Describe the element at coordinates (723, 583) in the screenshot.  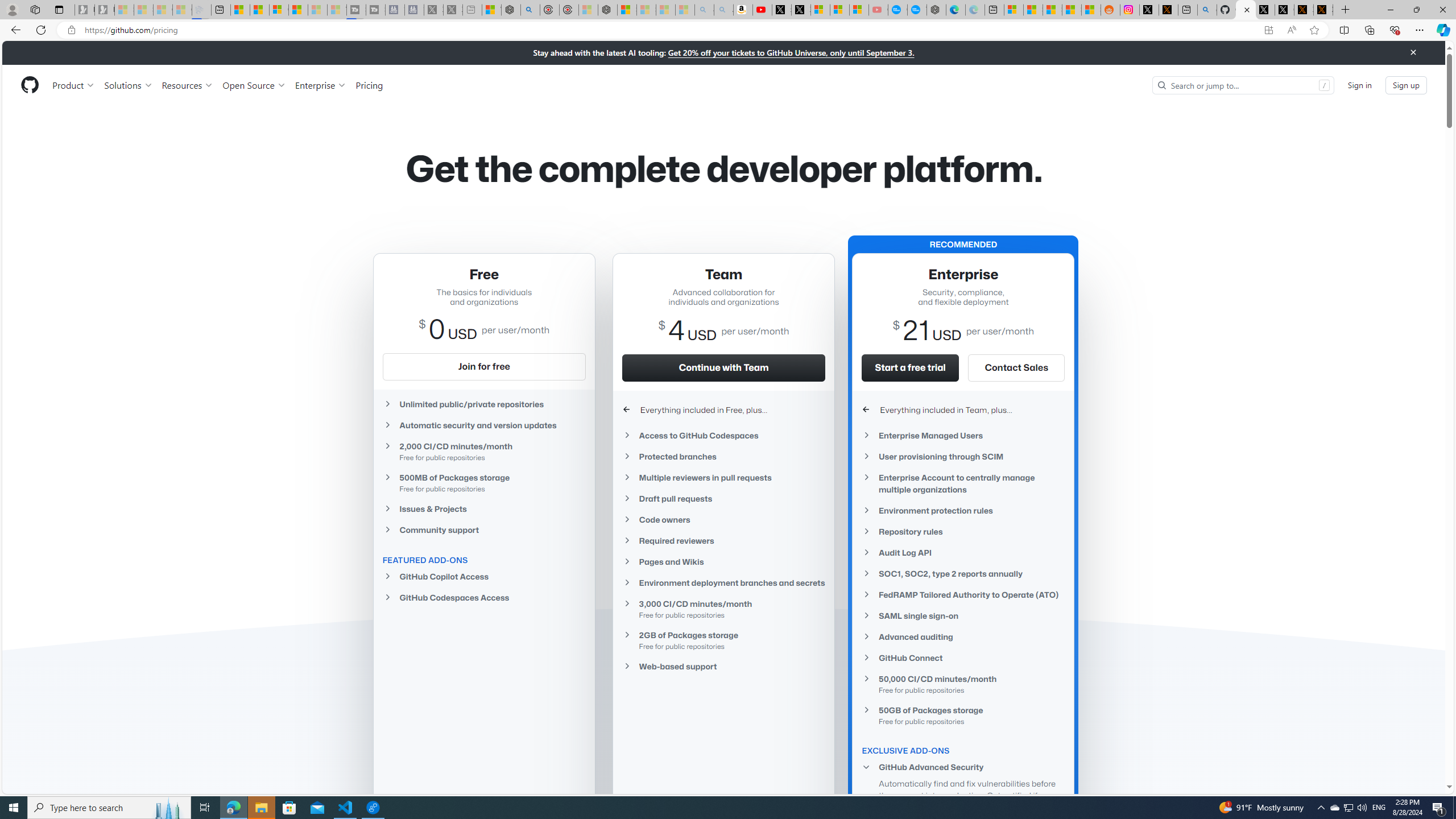
I see `'Environment deployment branches and secrets'` at that location.